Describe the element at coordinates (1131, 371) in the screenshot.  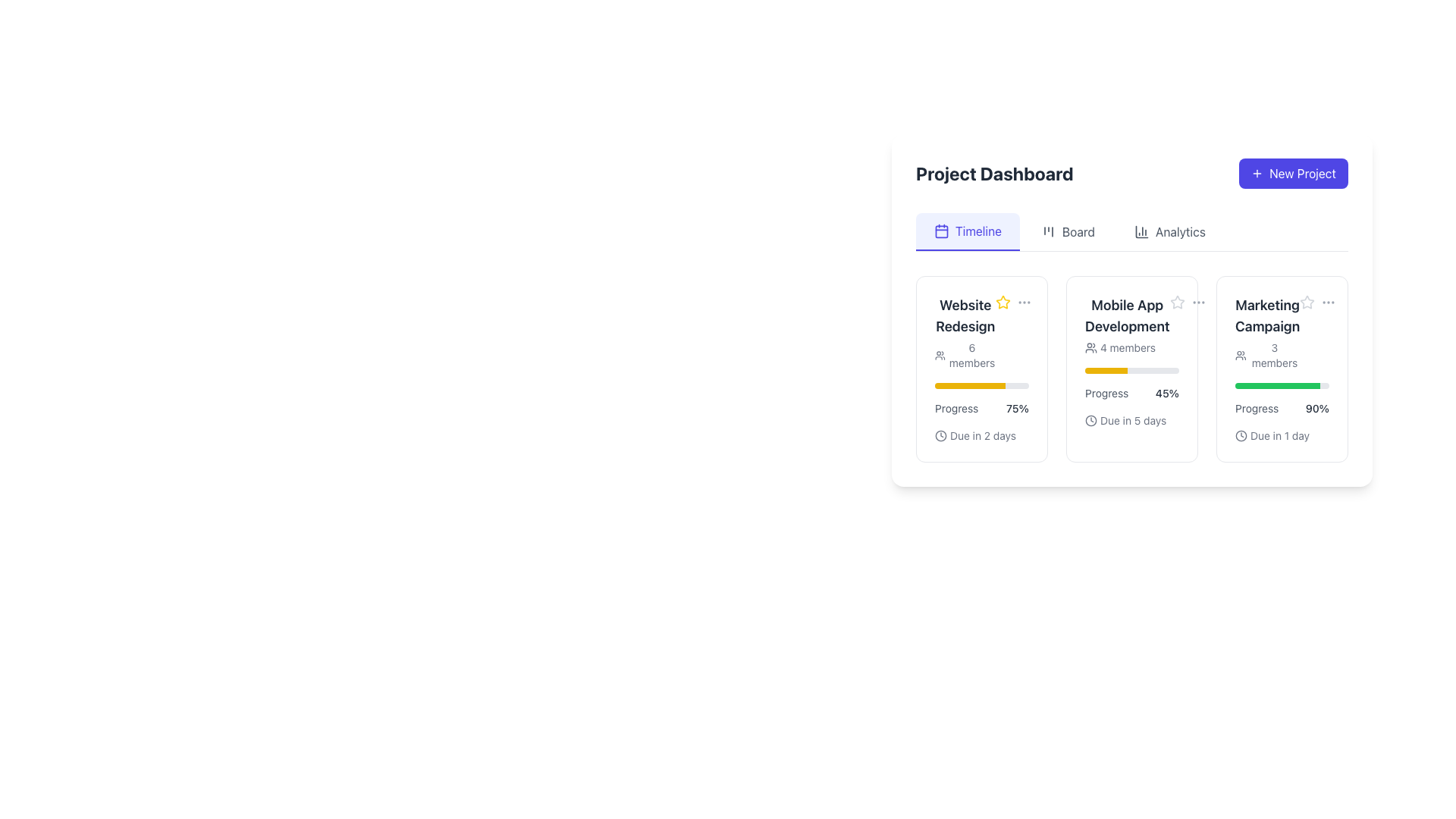
I see `the Progress Bar indicating 45% completion for the 'Mobile App Development' task, which is located at the top of the information section in the dashboard view` at that location.